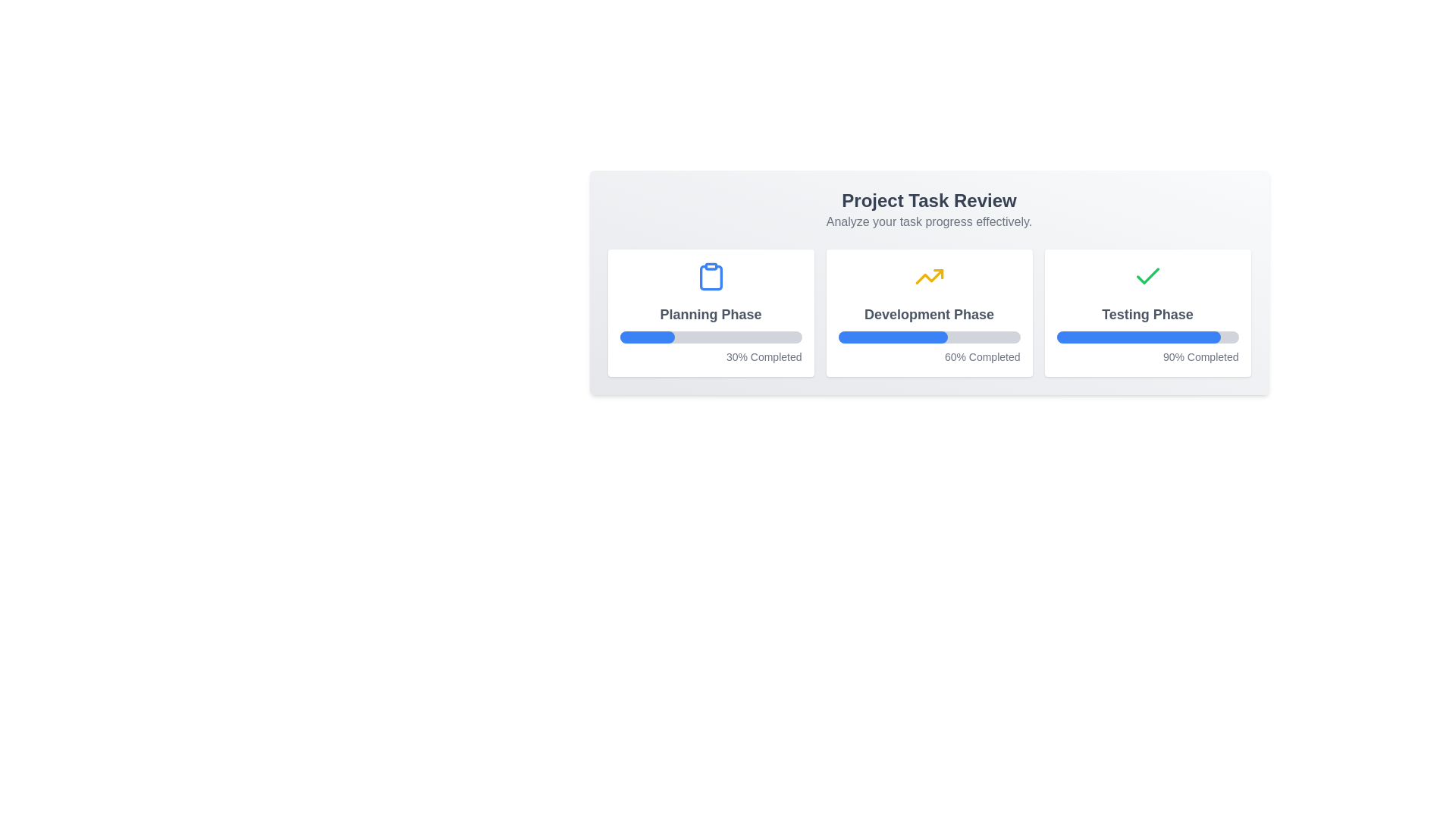 The image size is (1456, 819). I want to click on the graphical arrow icon representing progress in the Development Phase card located at the center of the top part of the card, so click(928, 277).